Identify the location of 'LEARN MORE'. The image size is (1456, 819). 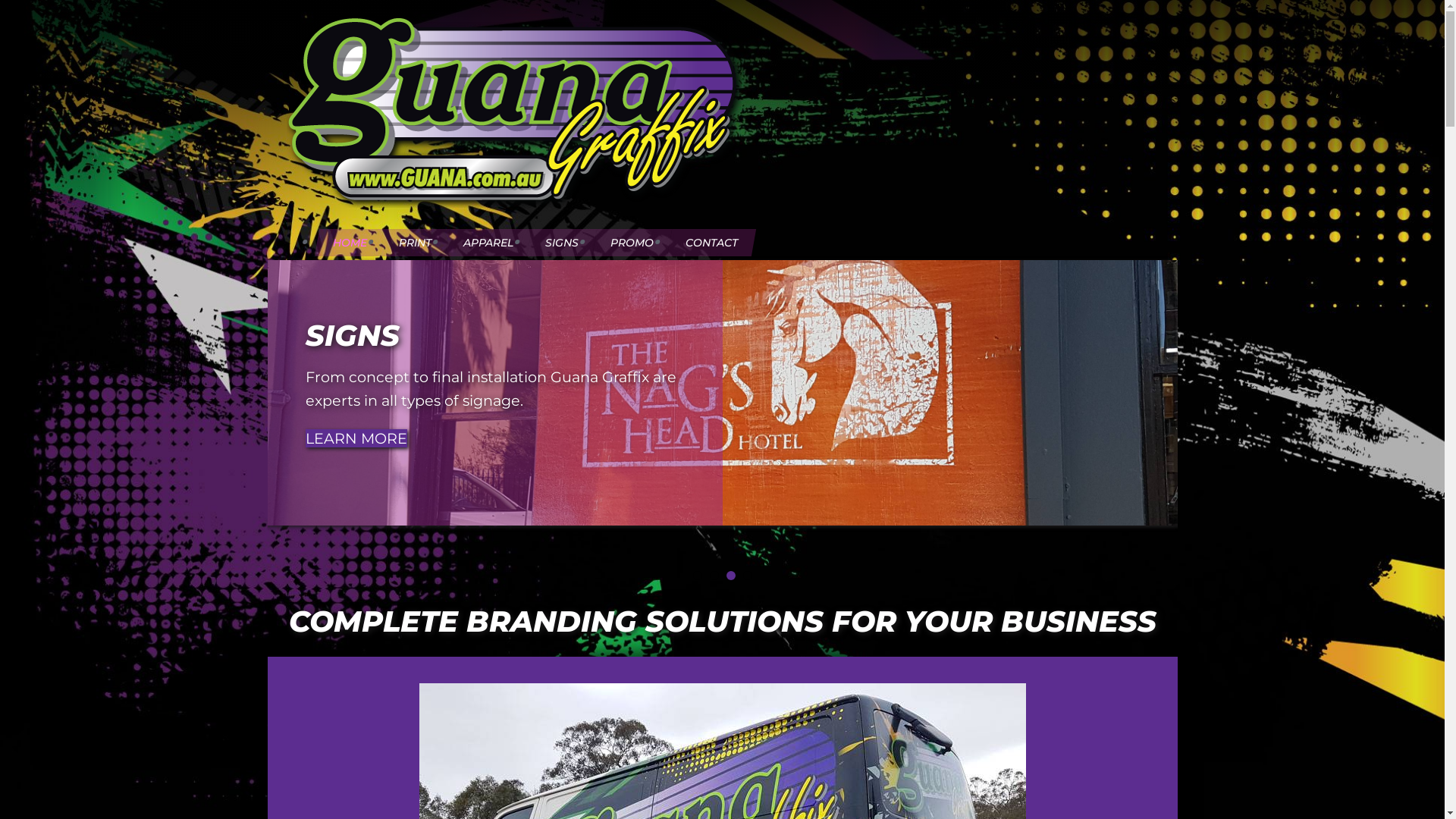
(304, 438).